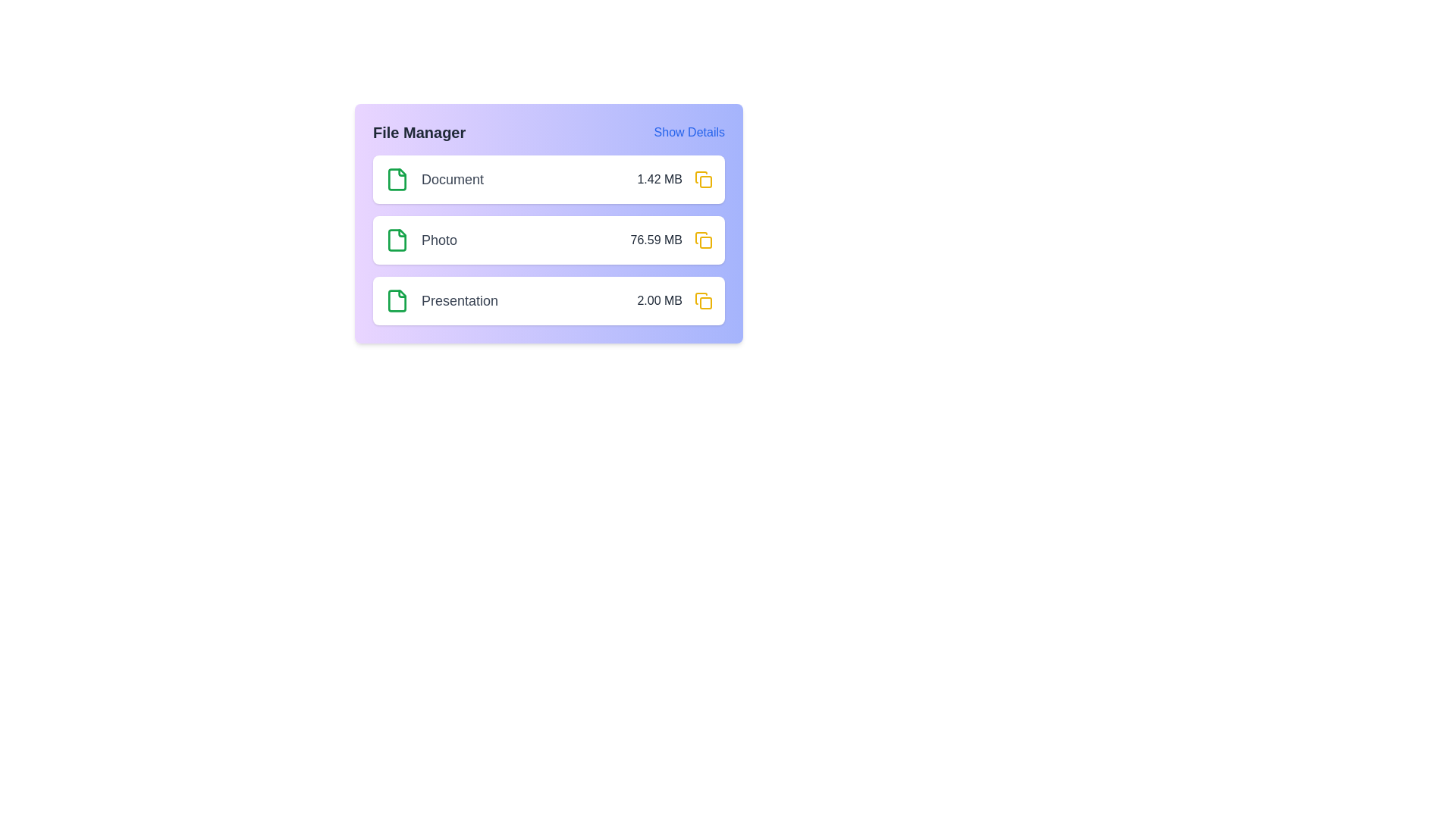 The width and height of the screenshot is (1456, 819). What do you see at coordinates (660, 178) in the screenshot?
I see `the text label that displays the size of the associated file or document, located in the file item row labeled 'Document' in the file manager UI` at bounding box center [660, 178].